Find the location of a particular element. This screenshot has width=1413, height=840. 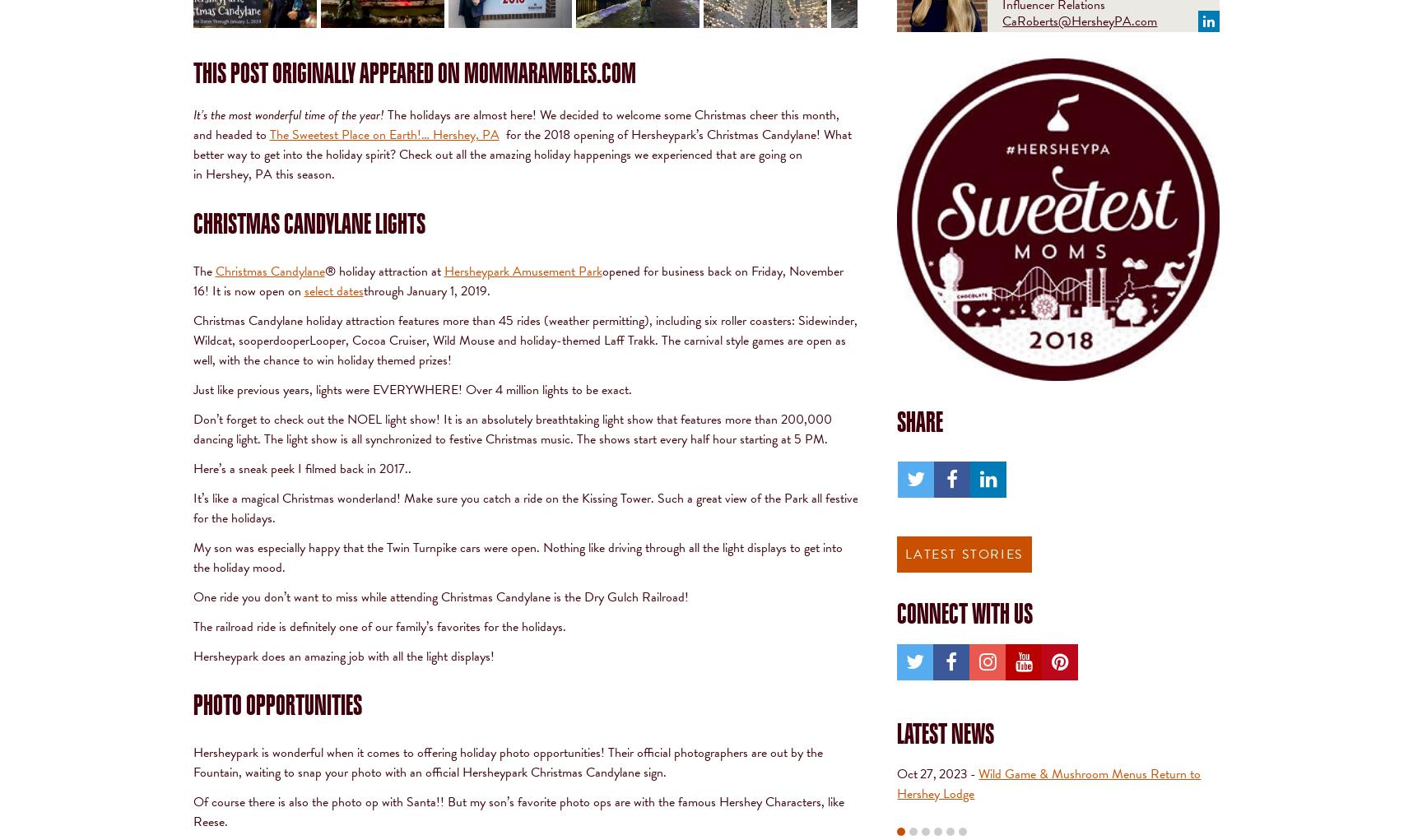

'Photo Opportunities' is located at coordinates (277, 703).